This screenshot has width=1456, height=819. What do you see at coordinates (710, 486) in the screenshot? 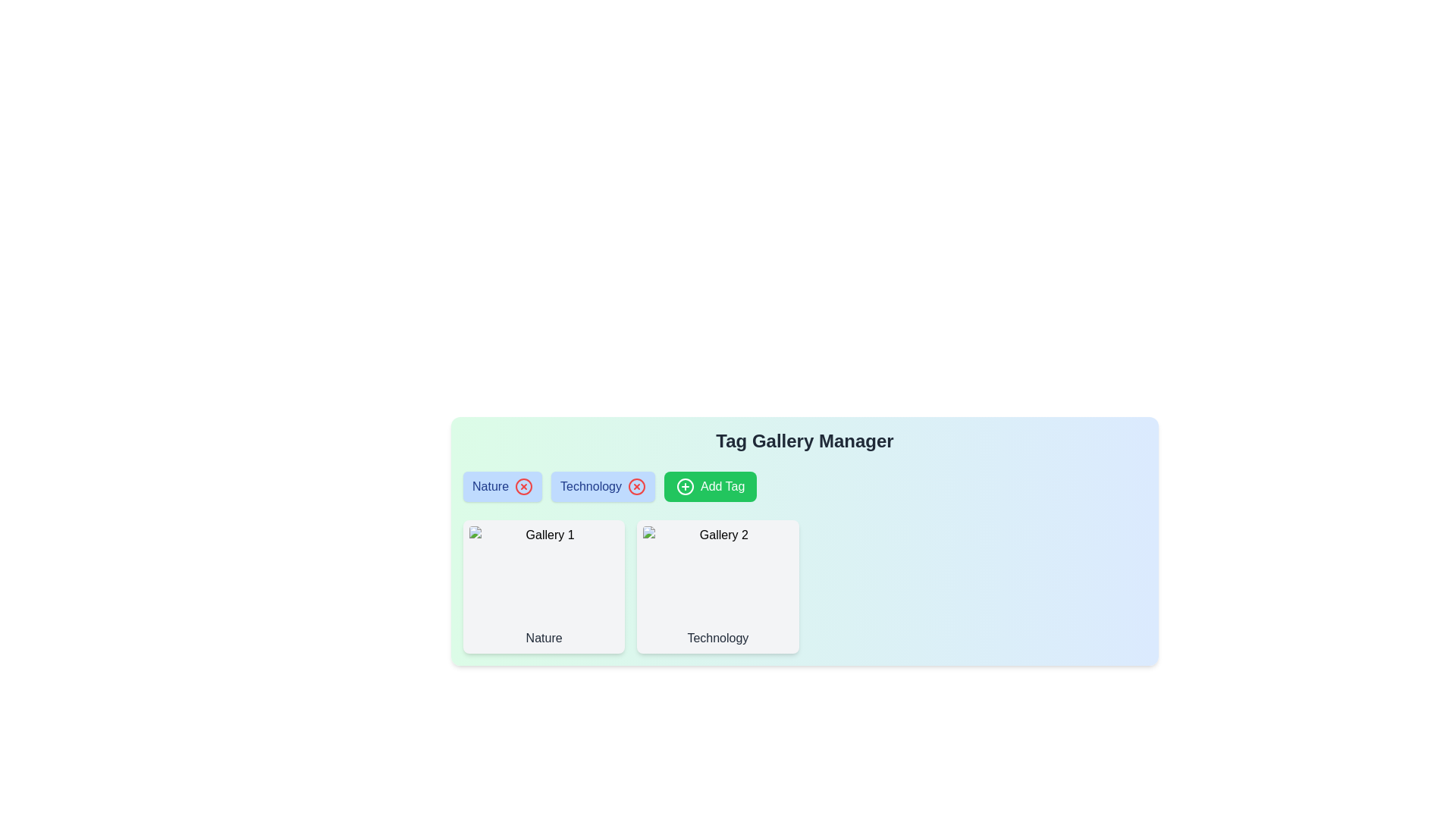
I see `the 'Add Tag' button with a green background and white text, which is located immediately to the right of the 'Technology' tag in the tag list` at bounding box center [710, 486].